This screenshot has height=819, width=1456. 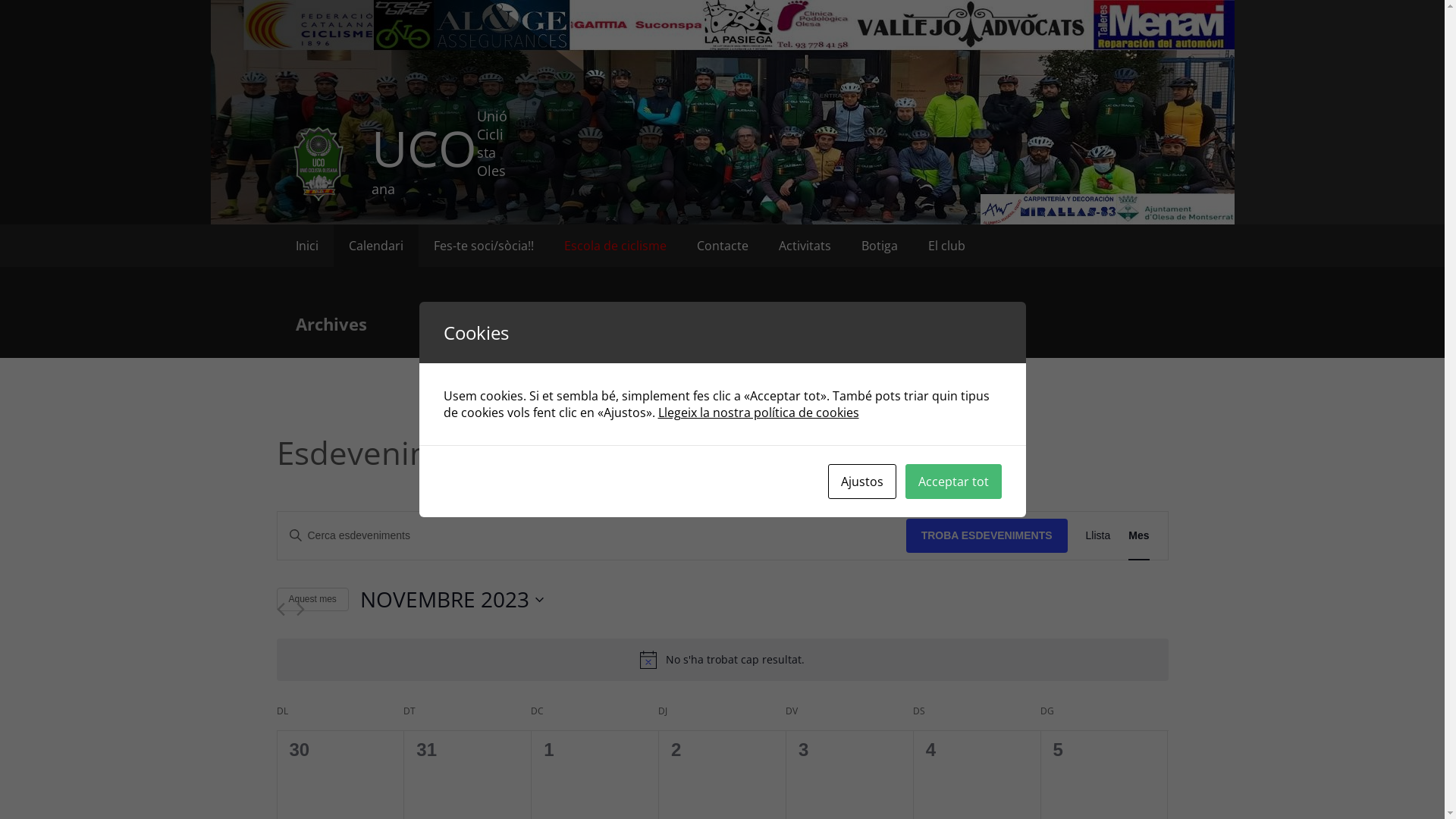 What do you see at coordinates (720, 245) in the screenshot?
I see `'Contacte'` at bounding box center [720, 245].